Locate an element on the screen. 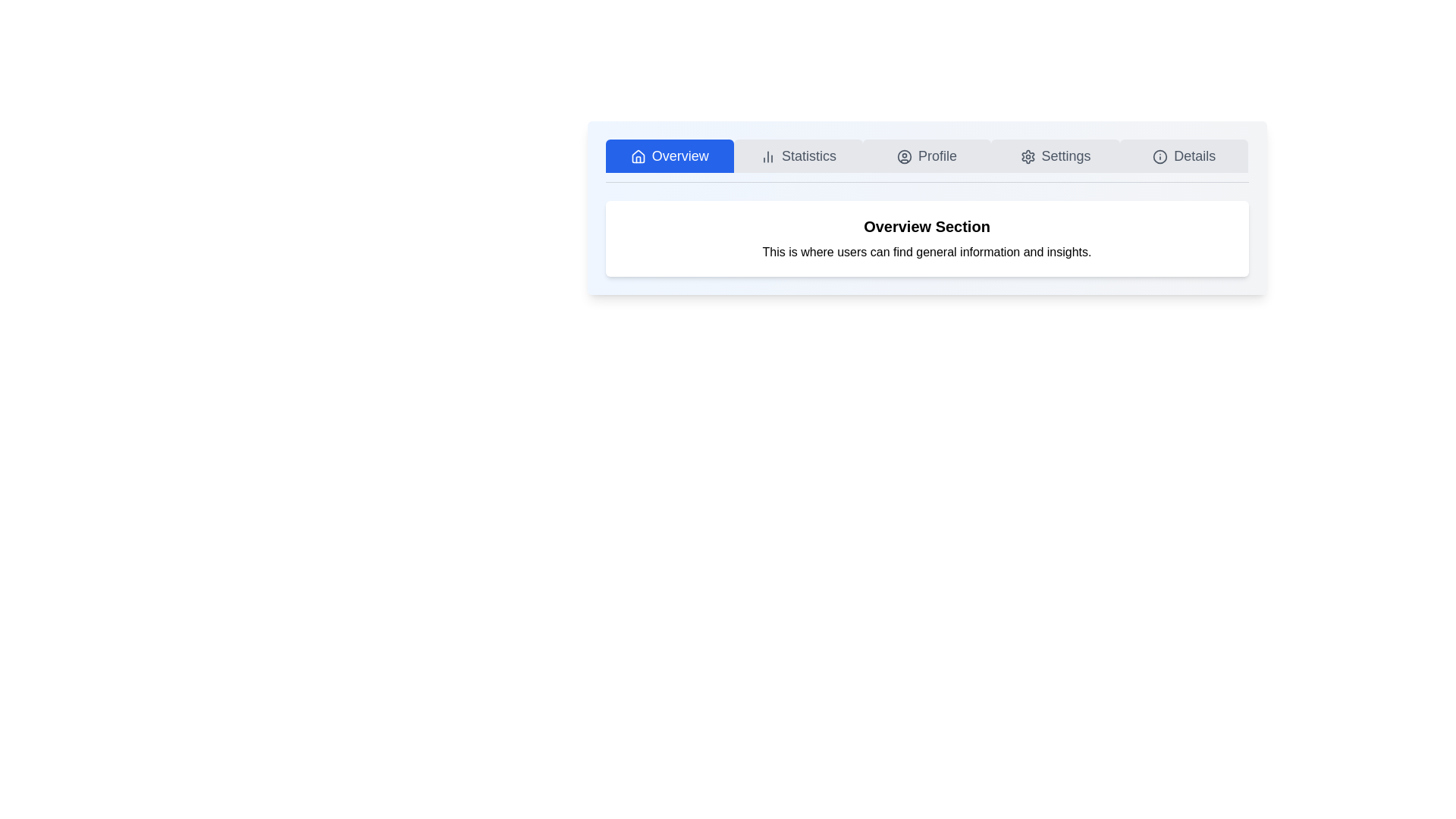  the settings icon located on the rightmost side of the top navigation bar, adjacent to the label is located at coordinates (1028, 157).